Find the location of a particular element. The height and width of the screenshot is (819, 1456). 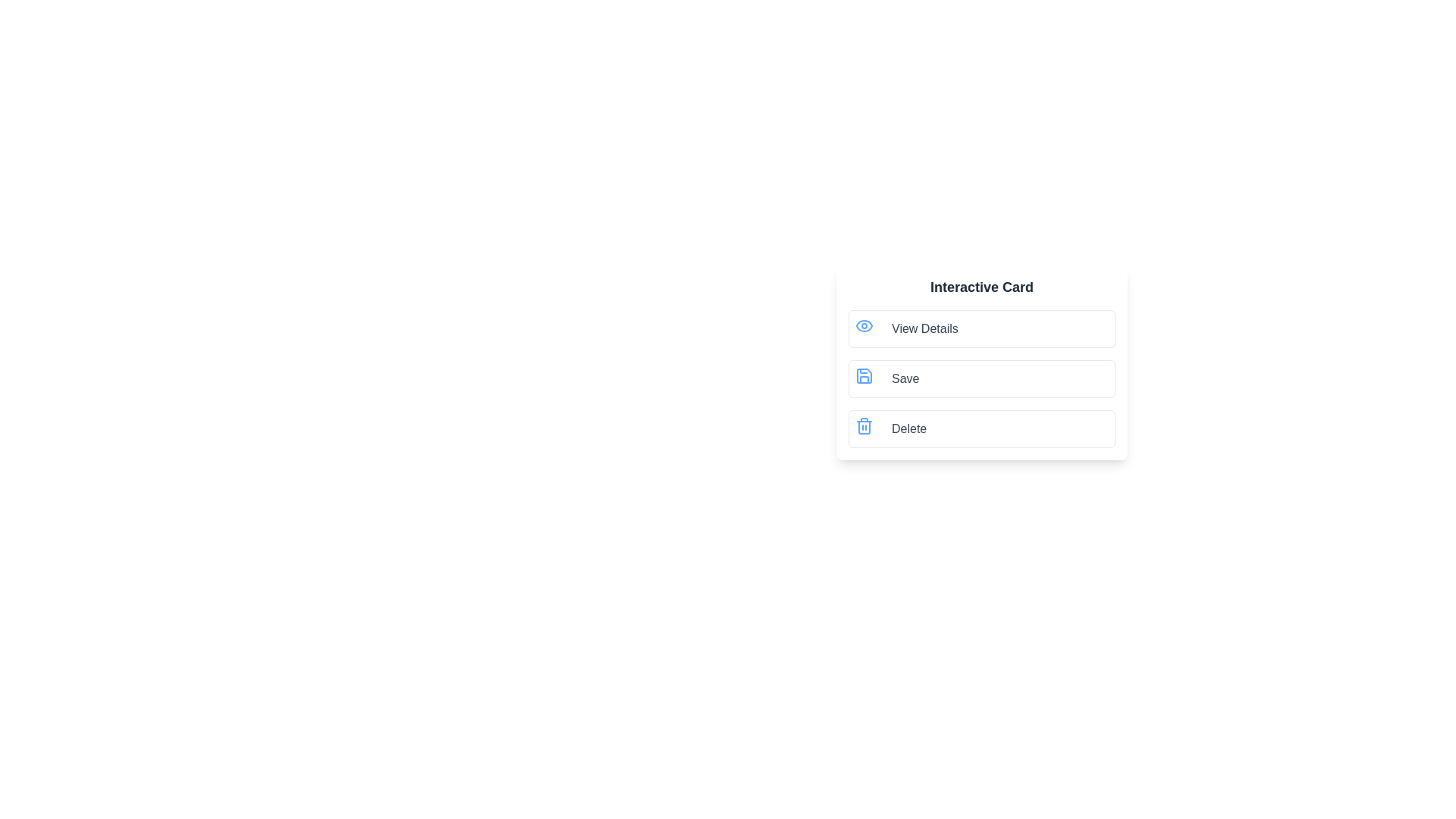

the blue eye icon located within the 'View Details' menu item, positioned as the first item on the left side of the menu group is located at coordinates (867, 328).